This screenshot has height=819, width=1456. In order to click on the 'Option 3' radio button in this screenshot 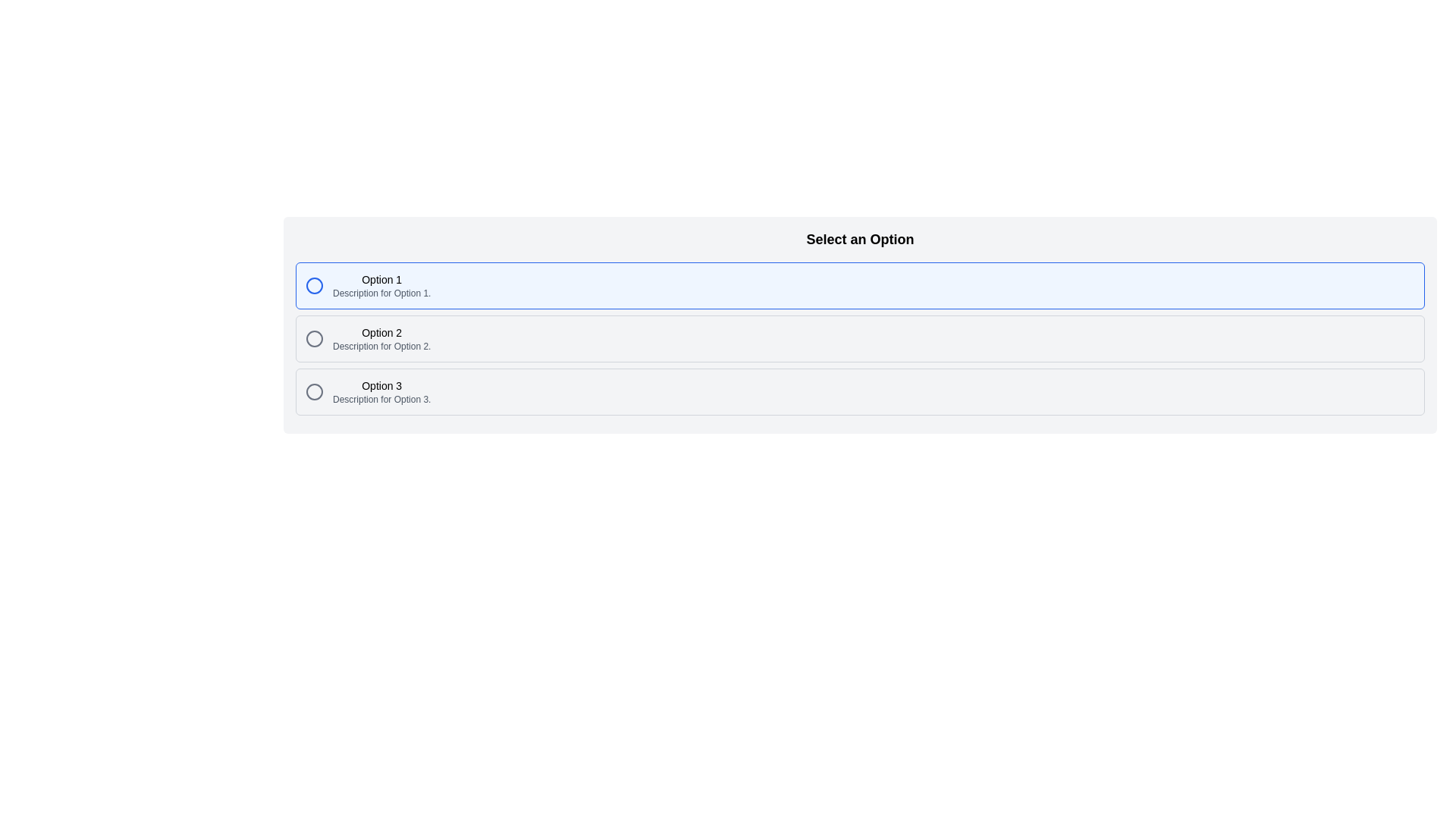, I will do `click(860, 391)`.